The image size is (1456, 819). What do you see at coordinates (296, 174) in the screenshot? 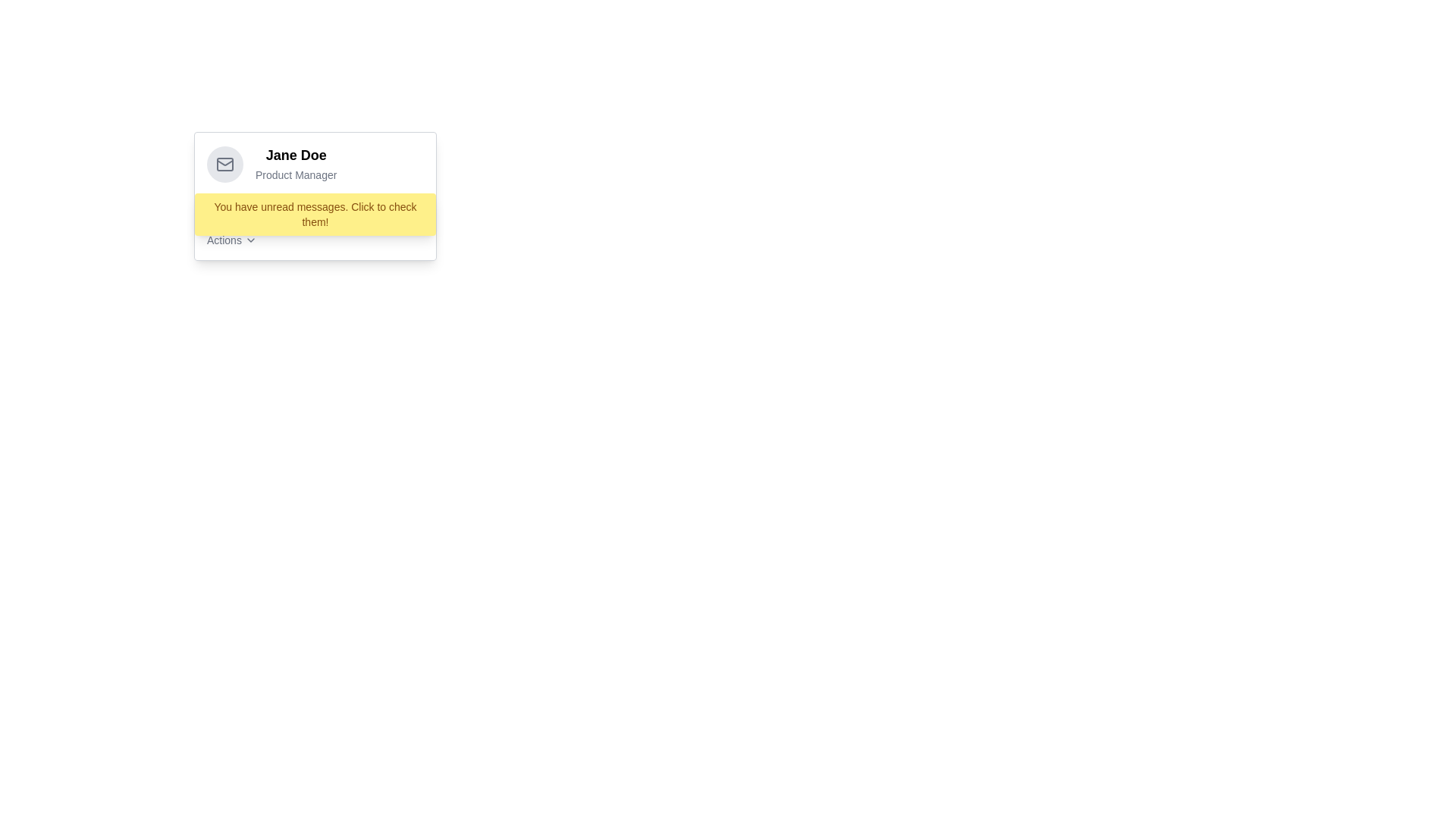
I see `the text label displaying 'Product Manager', which is styled in smaller gray font and located directly below the name 'Jane Doe'` at bounding box center [296, 174].